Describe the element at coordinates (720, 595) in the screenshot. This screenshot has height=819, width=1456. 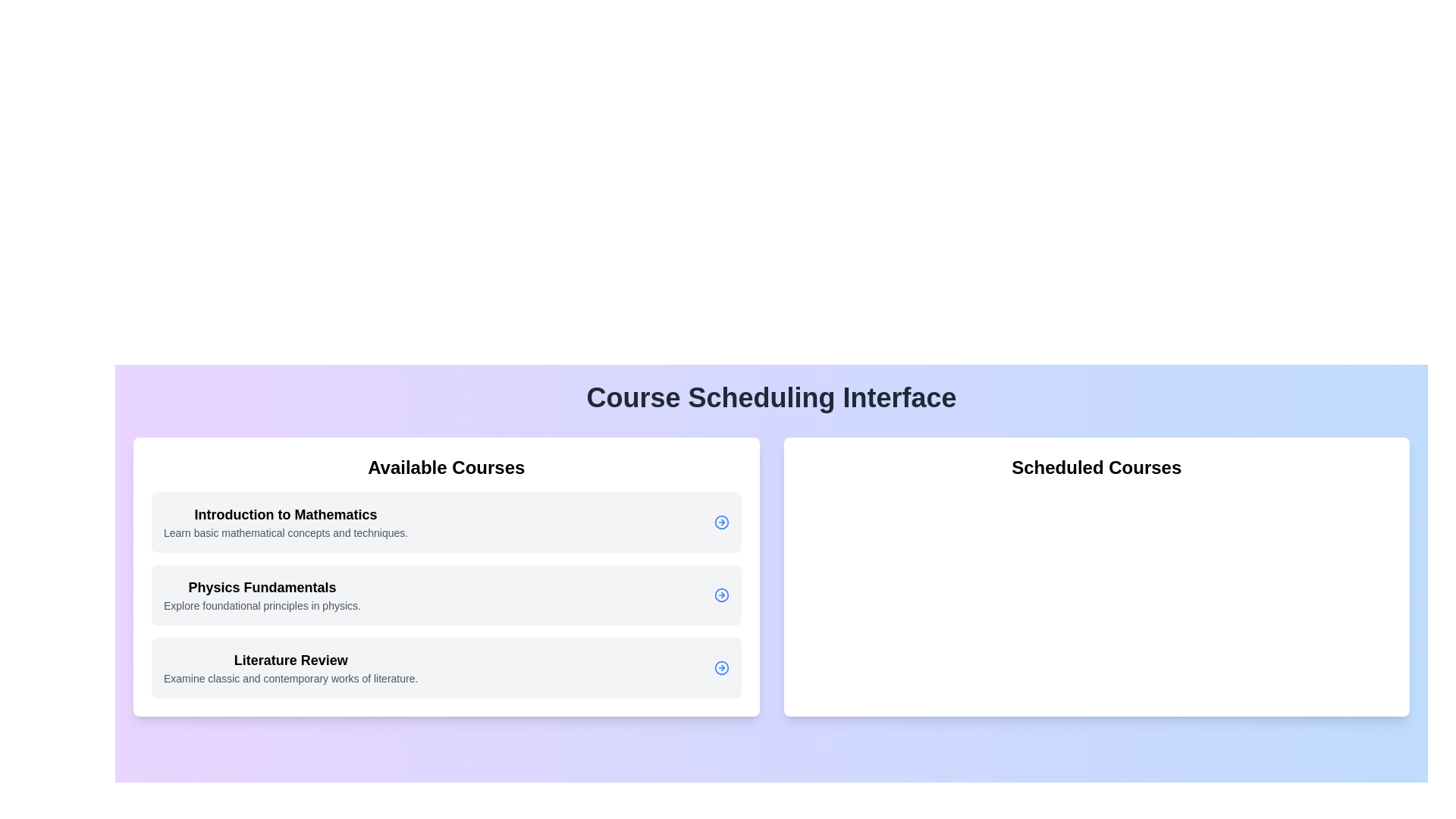
I see `the blue right-arrow icon button located on the far right of the content block labeled 'Physics Fundamentals'` at that location.